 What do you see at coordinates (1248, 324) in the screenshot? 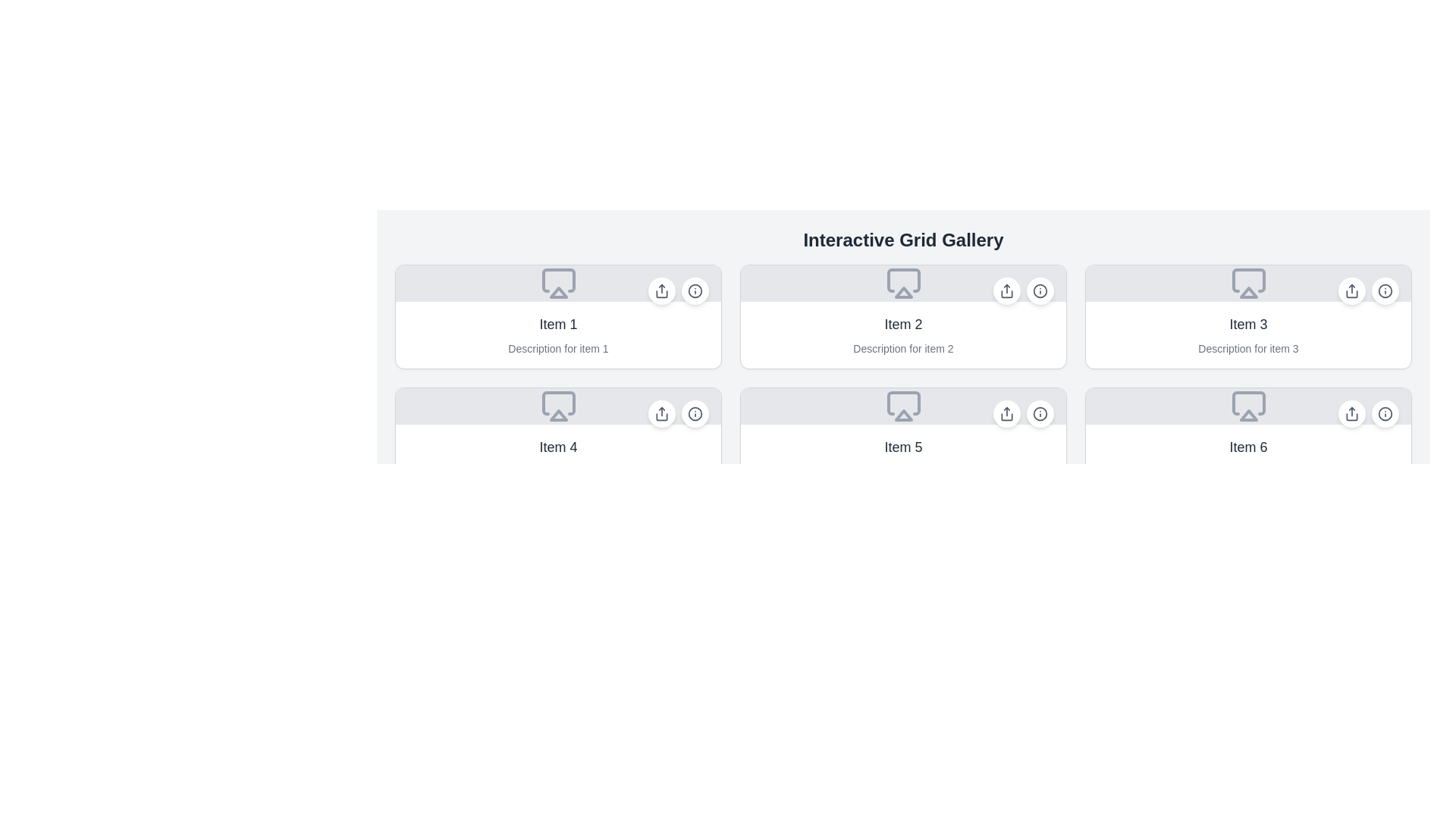
I see `the text label displaying 'Item 3', which is located in the rightmost column of the first row in a grid layout, above its sibling description` at bounding box center [1248, 324].